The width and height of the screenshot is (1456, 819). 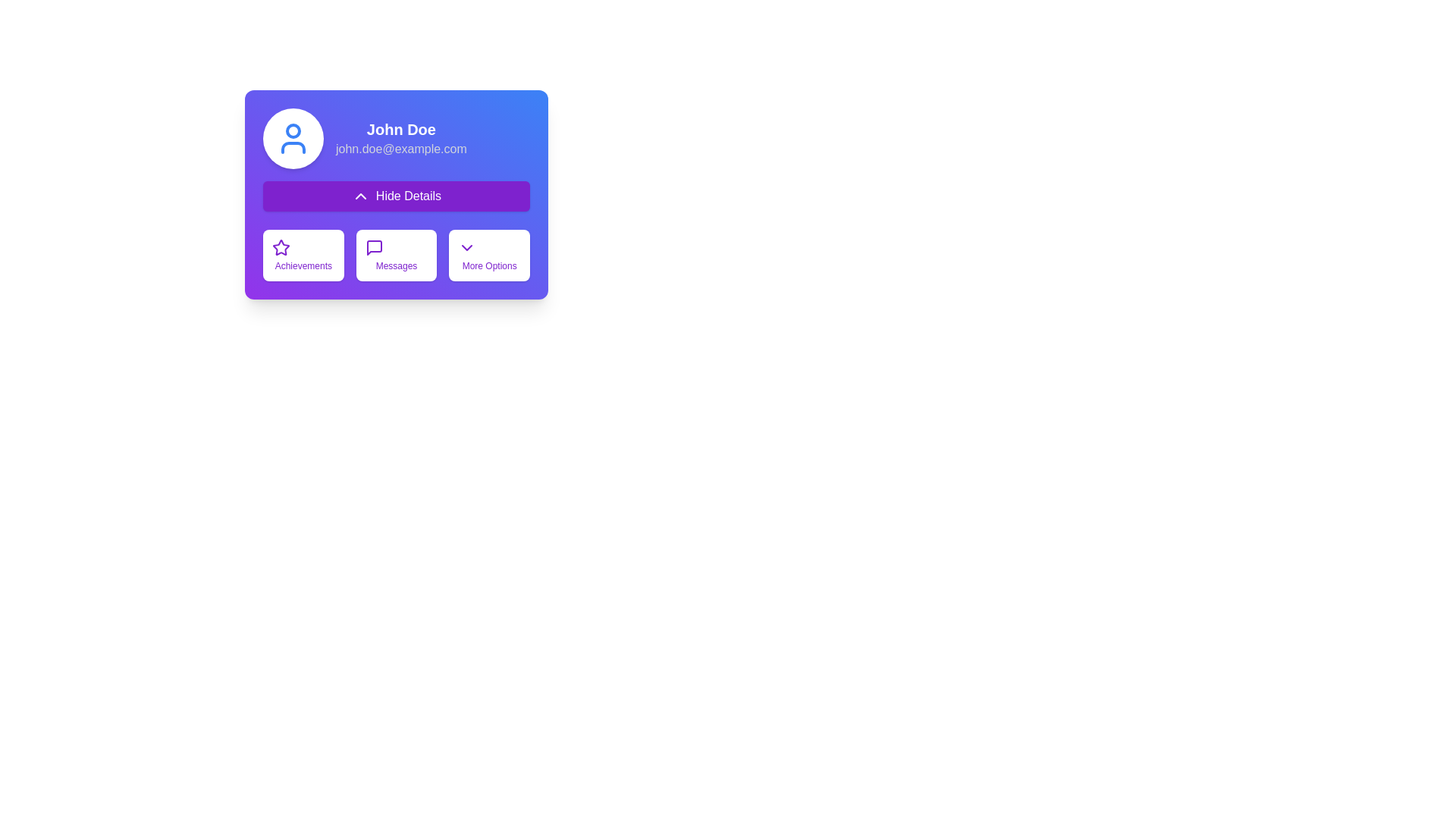 What do you see at coordinates (293, 138) in the screenshot?
I see `the profile picture image that serves as a visual representation or placeholder for a user's avatar, which is positioned to the left of the name and email text elements in the card interface` at bounding box center [293, 138].